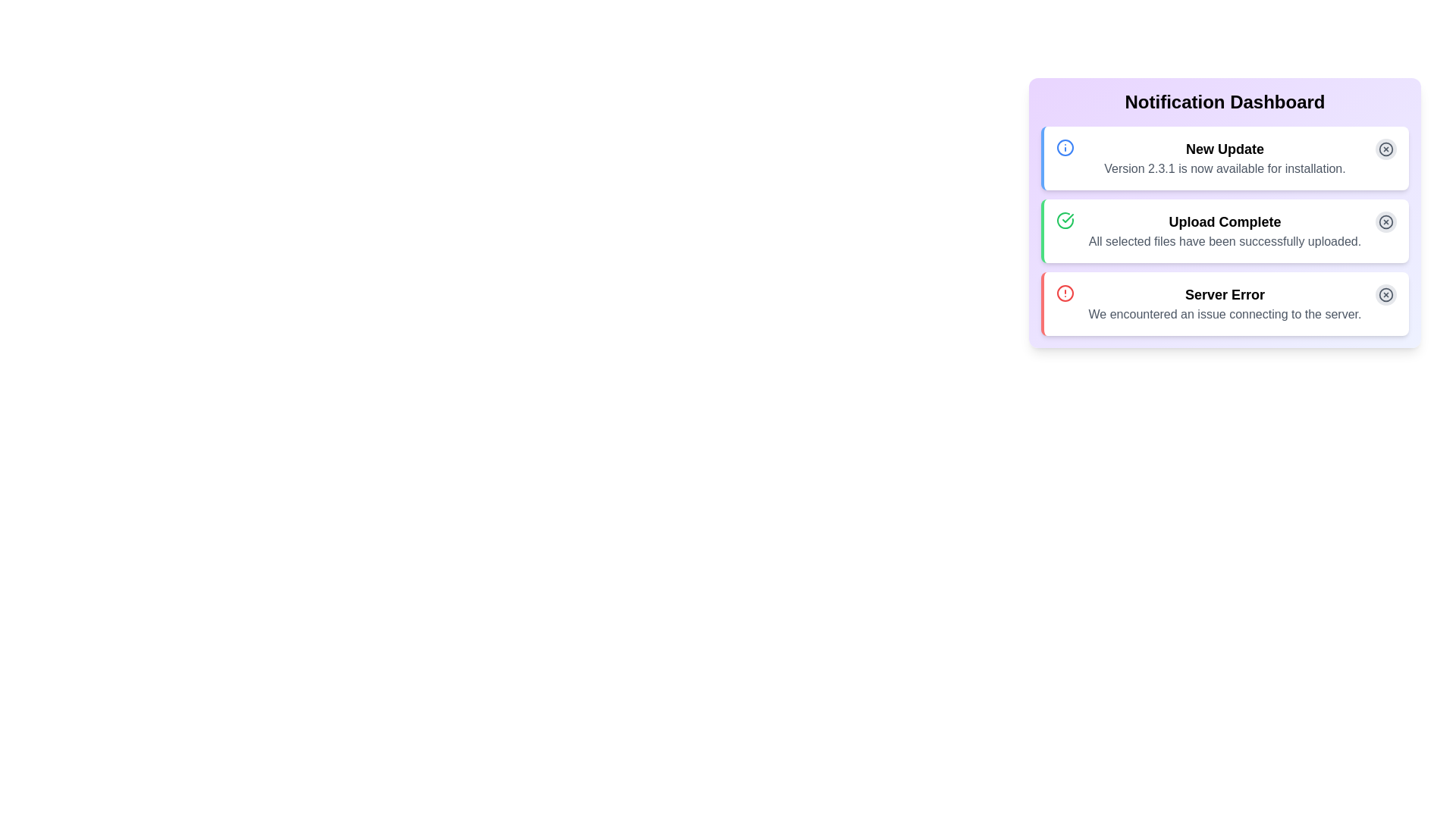 The image size is (1456, 819). What do you see at coordinates (1225, 158) in the screenshot?
I see `and drop the 'New Update' notification text block within the Notification Dashboard` at bounding box center [1225, 158].